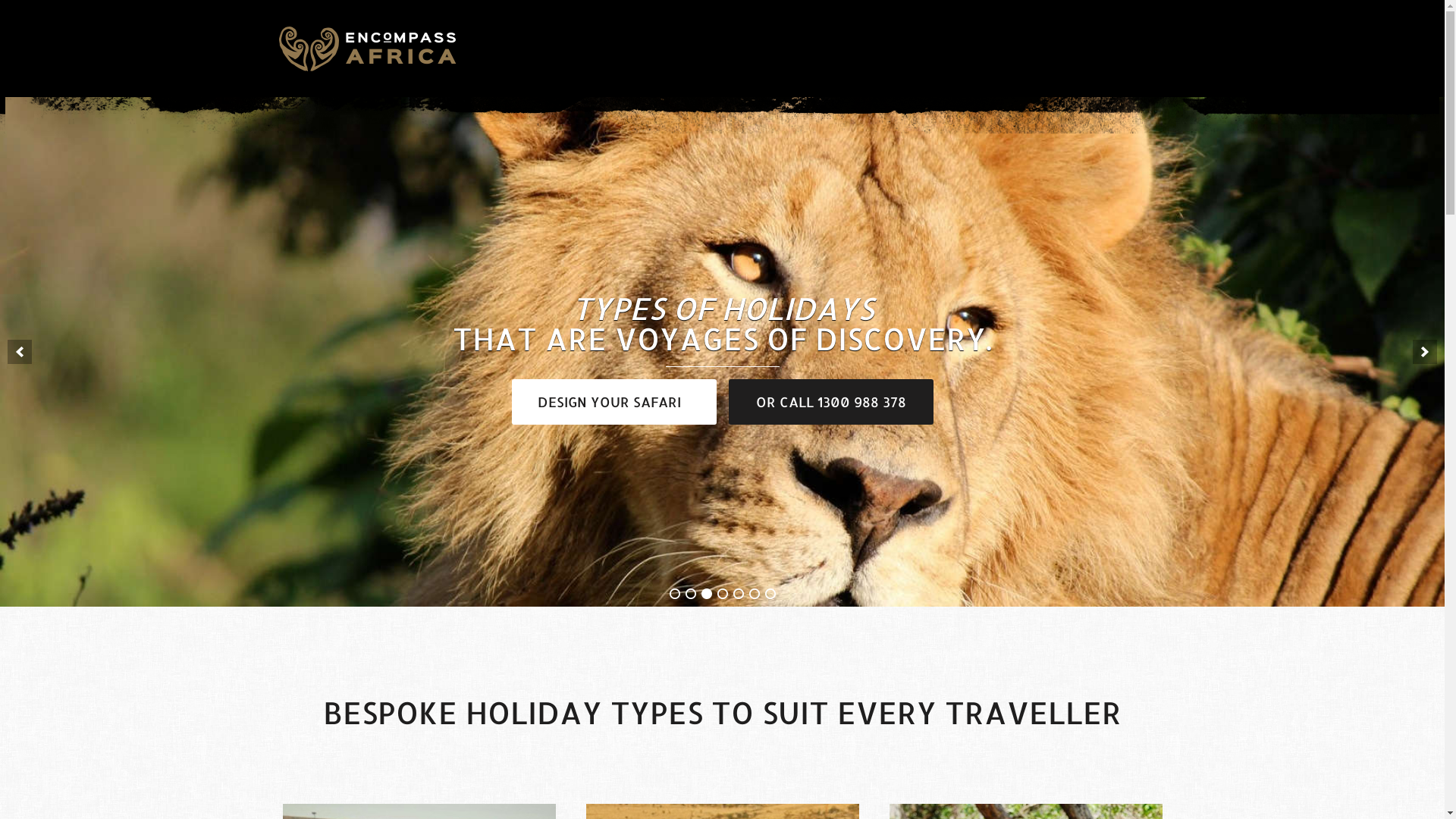 This screenshot has width=1456, height=819. Describe the element at coordinates (367, 46) in the screenshot. I see `'Encompass Africa'` at that location.